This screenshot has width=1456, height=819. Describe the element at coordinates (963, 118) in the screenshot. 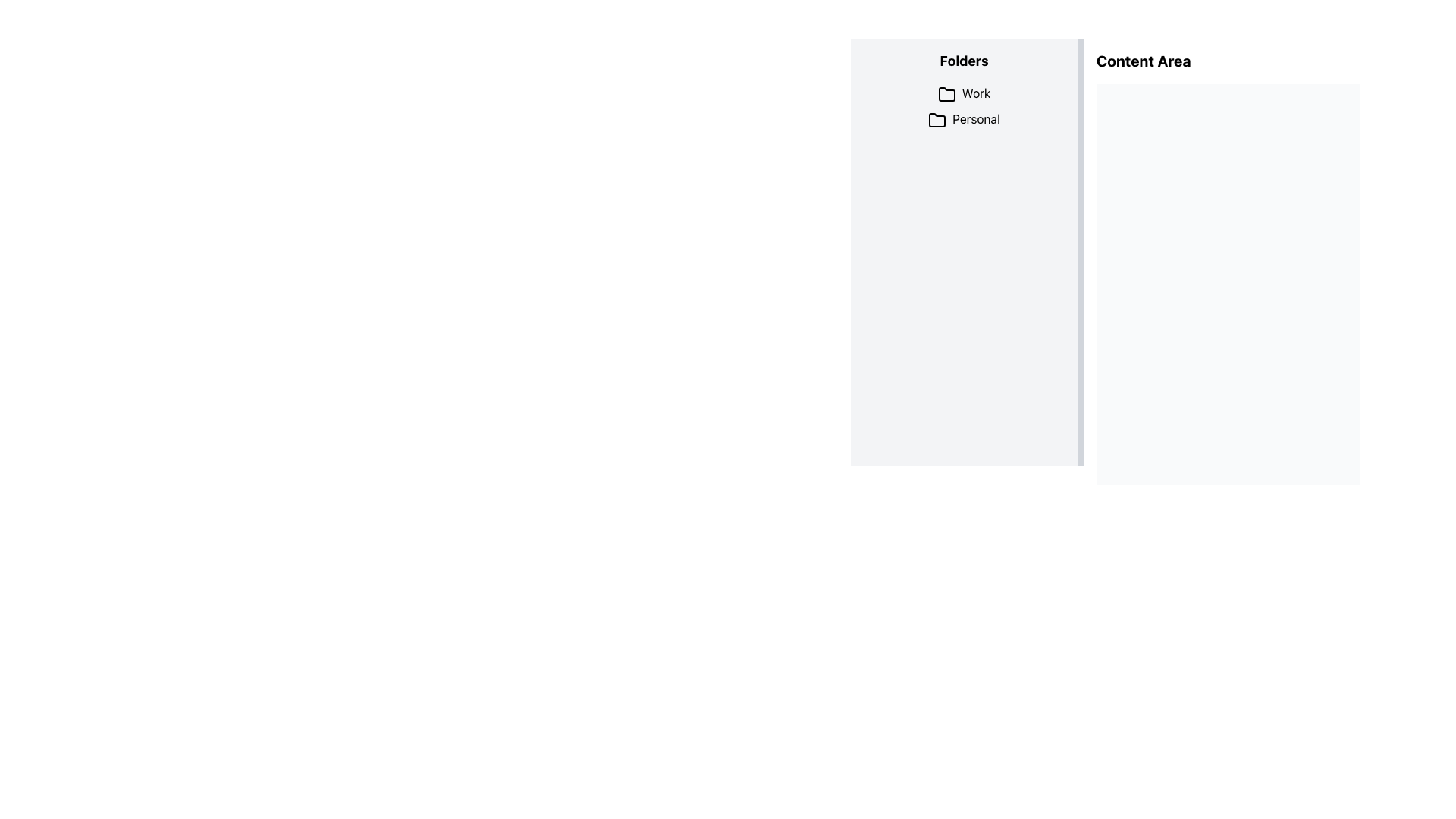

I see `the 'Personal' text label with the accompanying folder icon located under the 'Folders' header` at that location.